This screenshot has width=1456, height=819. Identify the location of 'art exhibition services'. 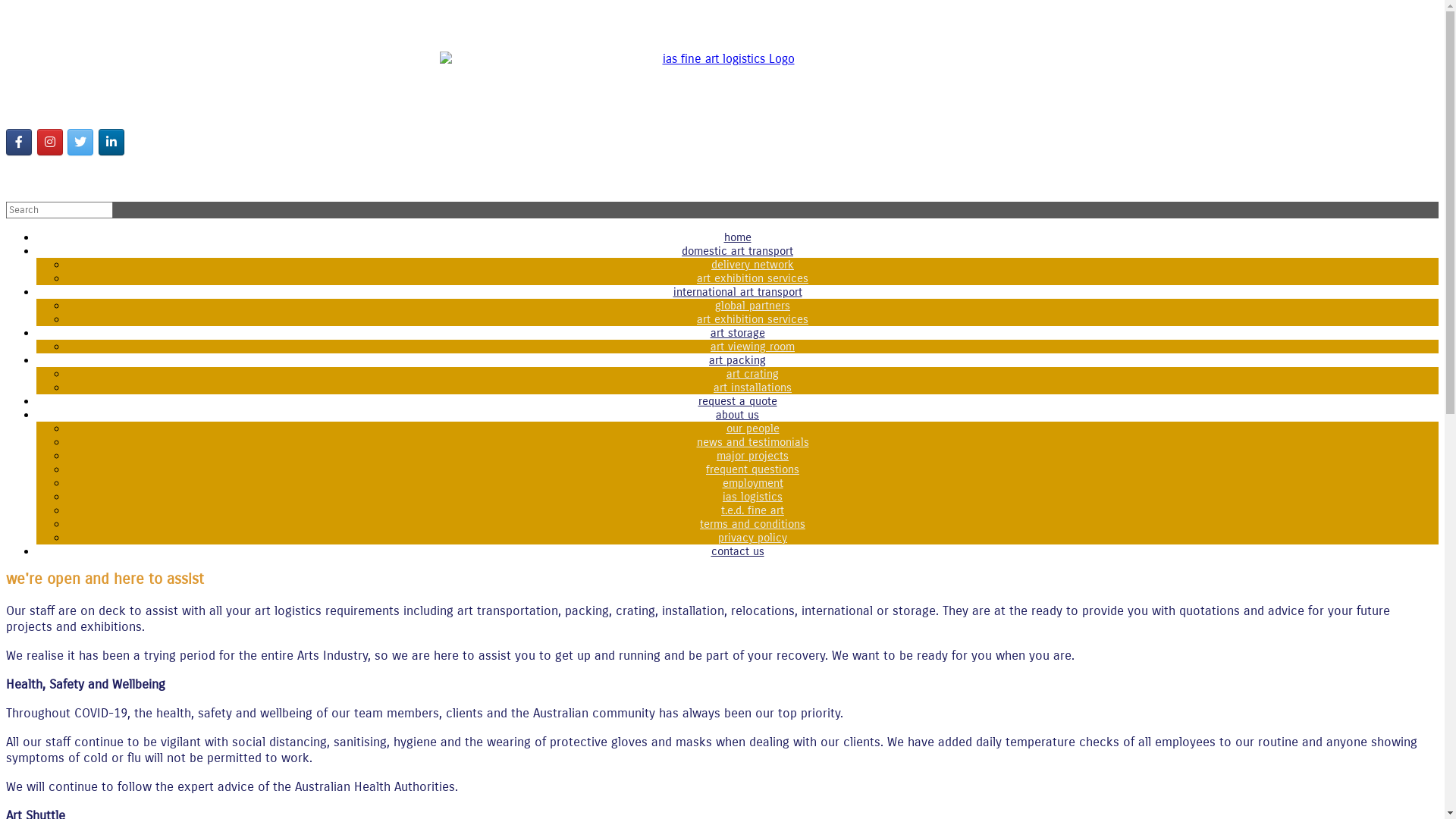
(752, 318).